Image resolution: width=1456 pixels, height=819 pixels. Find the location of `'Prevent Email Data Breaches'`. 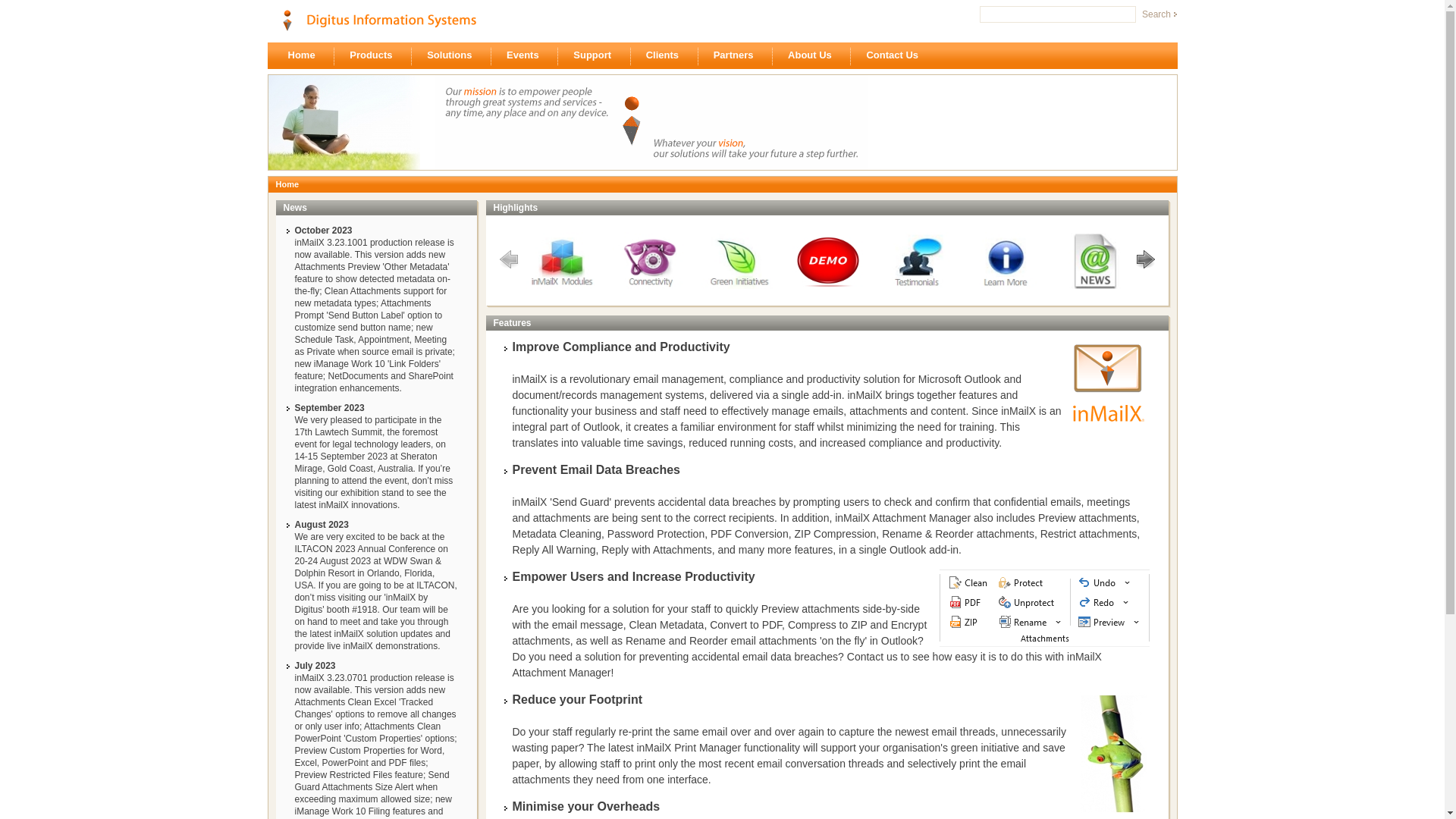

'Prevent Email Data Breaches' is located at coordinates (513, 469).